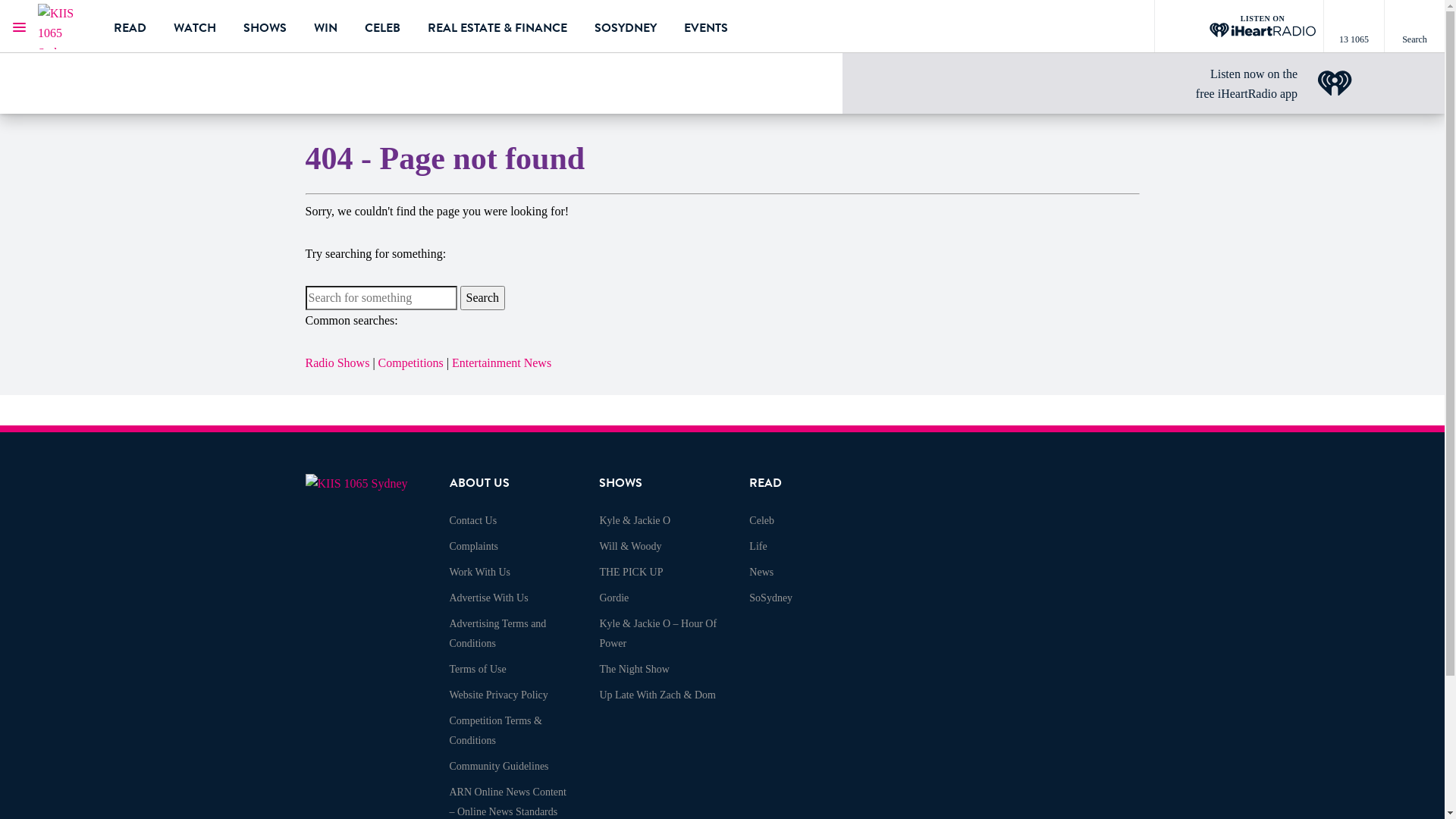 The width and height of the screenshot is (1456, 819). I want to click on 'Competition Terms & Conditions', so click(494, 730).